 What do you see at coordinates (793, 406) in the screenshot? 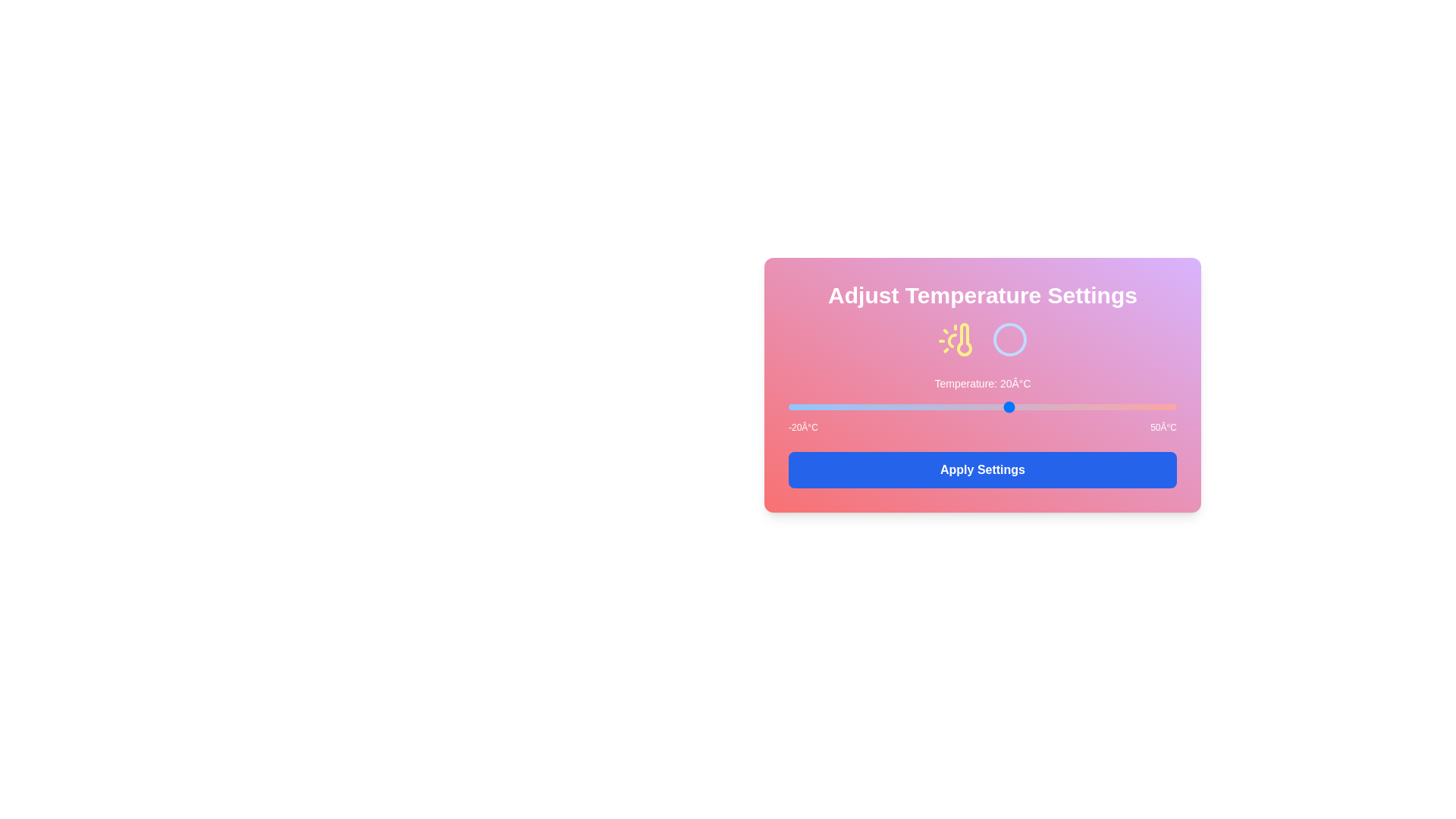
I see `the temperature to -19°C by moving the slider` at bounding box center [793, 406].